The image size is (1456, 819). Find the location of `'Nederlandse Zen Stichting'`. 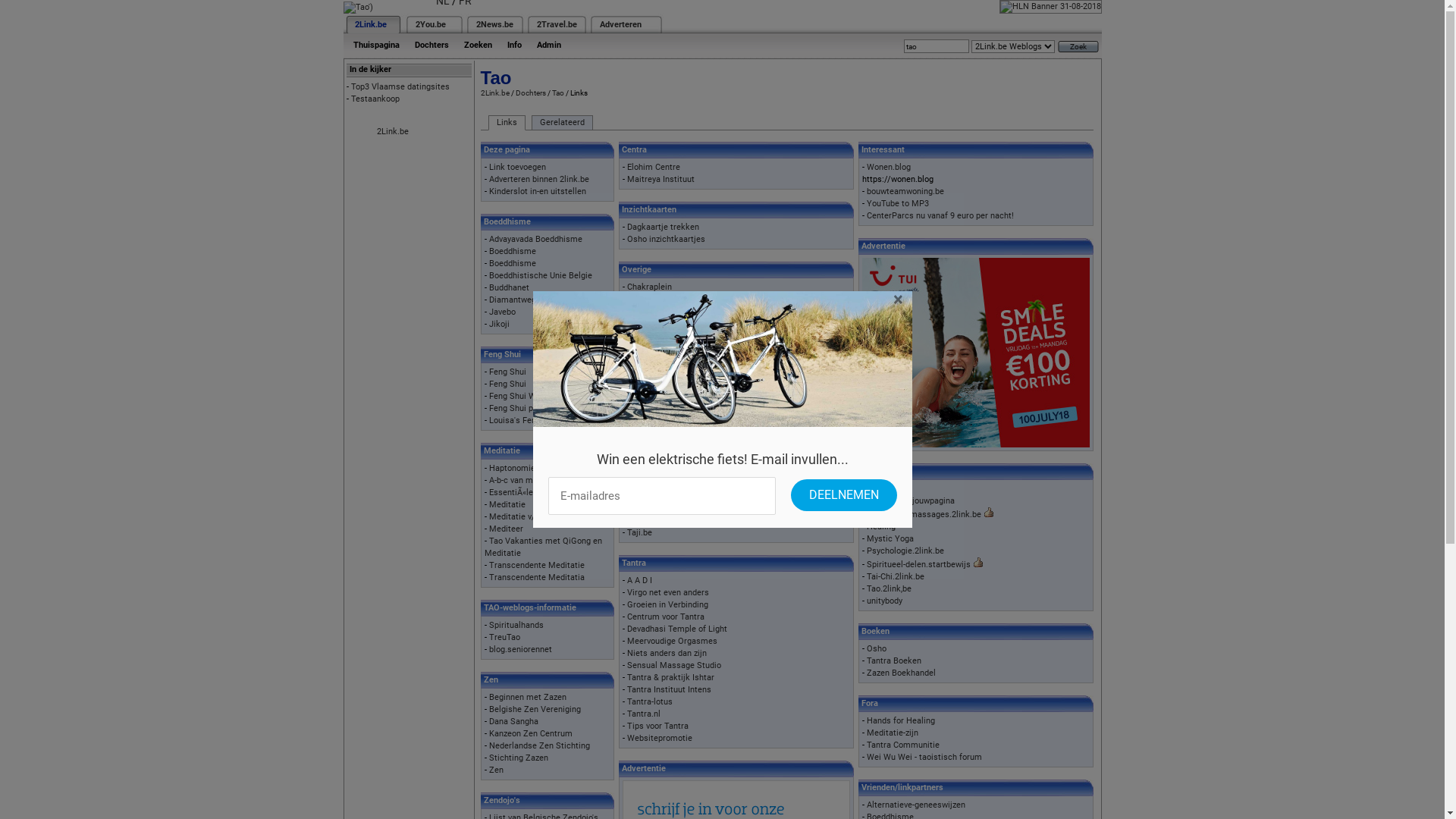

'Nederlandse Zen Stichting' is located at coordinates (538, 745).